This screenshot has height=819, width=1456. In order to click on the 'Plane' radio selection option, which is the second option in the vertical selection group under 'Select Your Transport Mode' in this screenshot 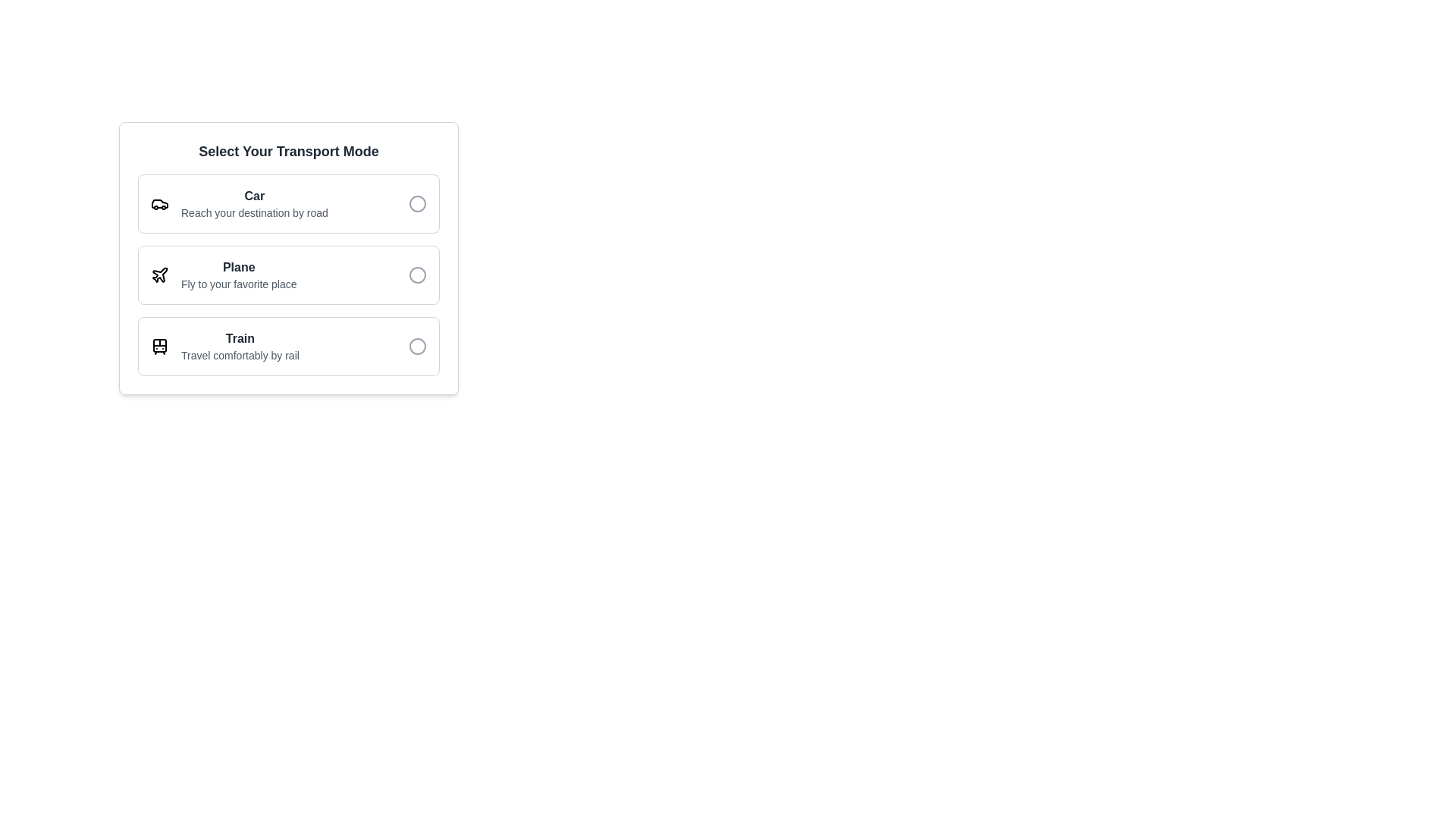, I will do `click(288, 275)`.